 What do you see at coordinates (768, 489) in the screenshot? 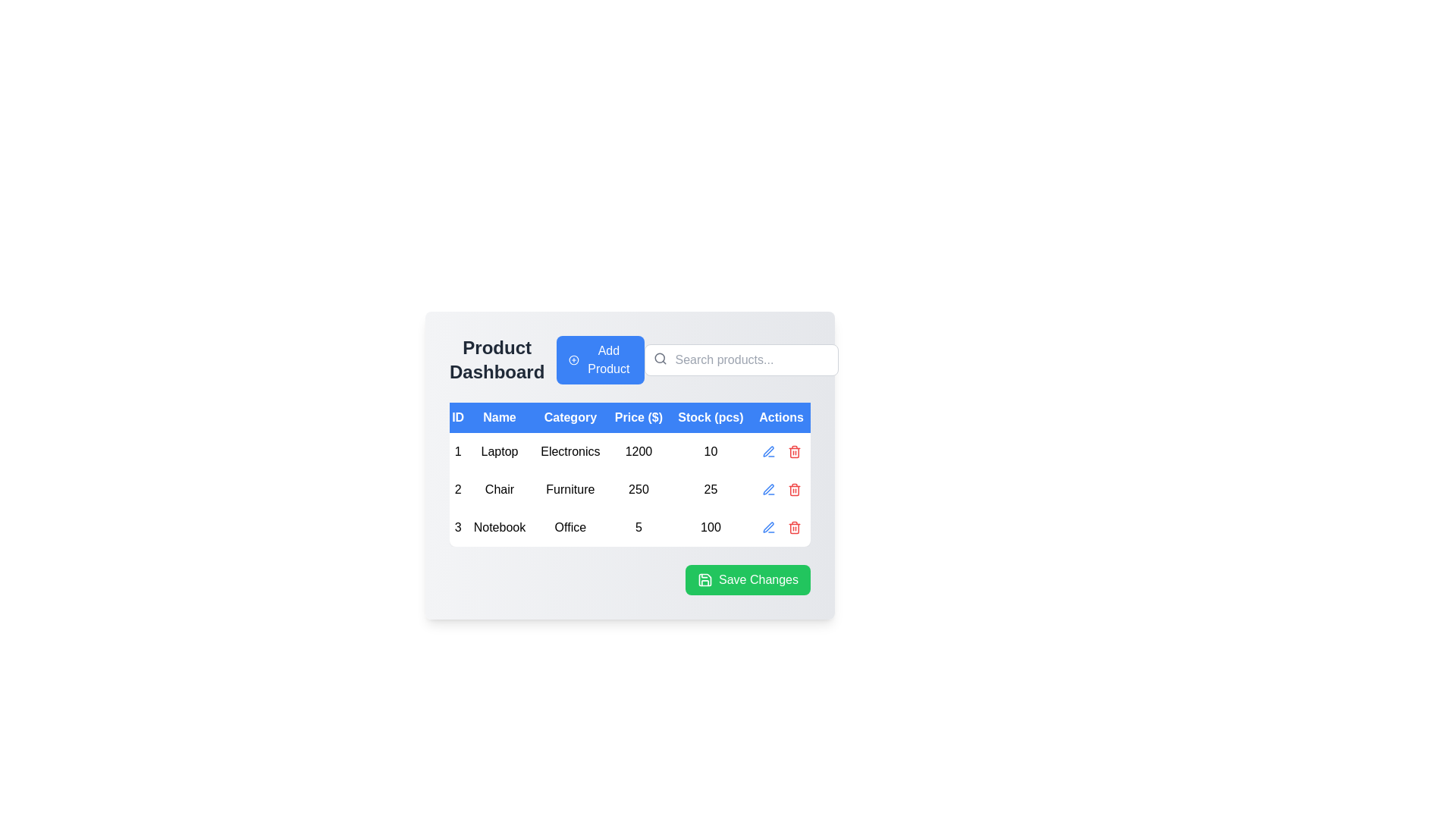
I see `the edit icon button in the Actions column of the table row corresponding to the product with ID 3, named 'Notebook', to initiate the edit action` at bounding box center [768, 489].